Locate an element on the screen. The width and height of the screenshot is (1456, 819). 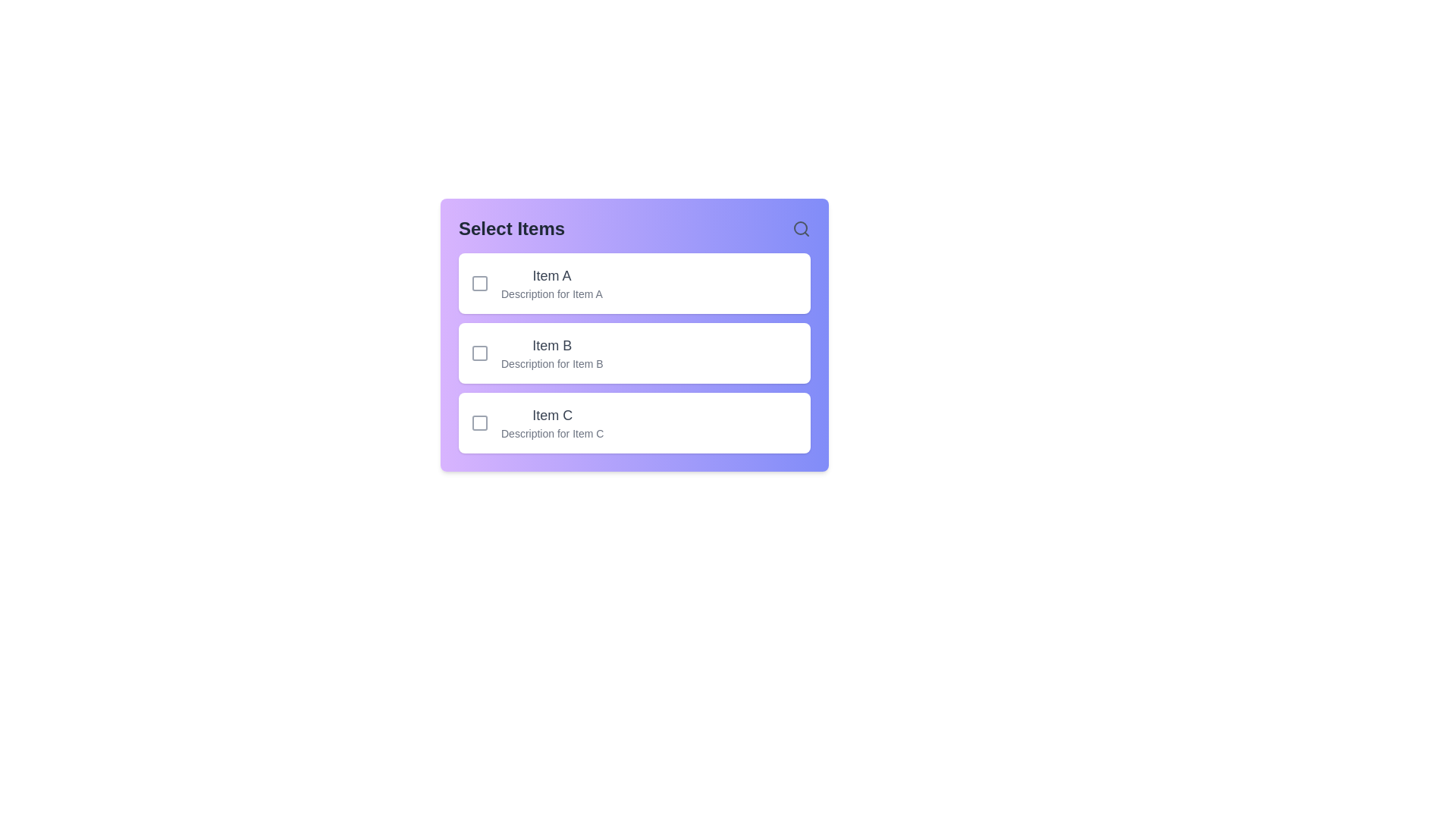
the checkbox for Item B is located at coordinates (479, 353).